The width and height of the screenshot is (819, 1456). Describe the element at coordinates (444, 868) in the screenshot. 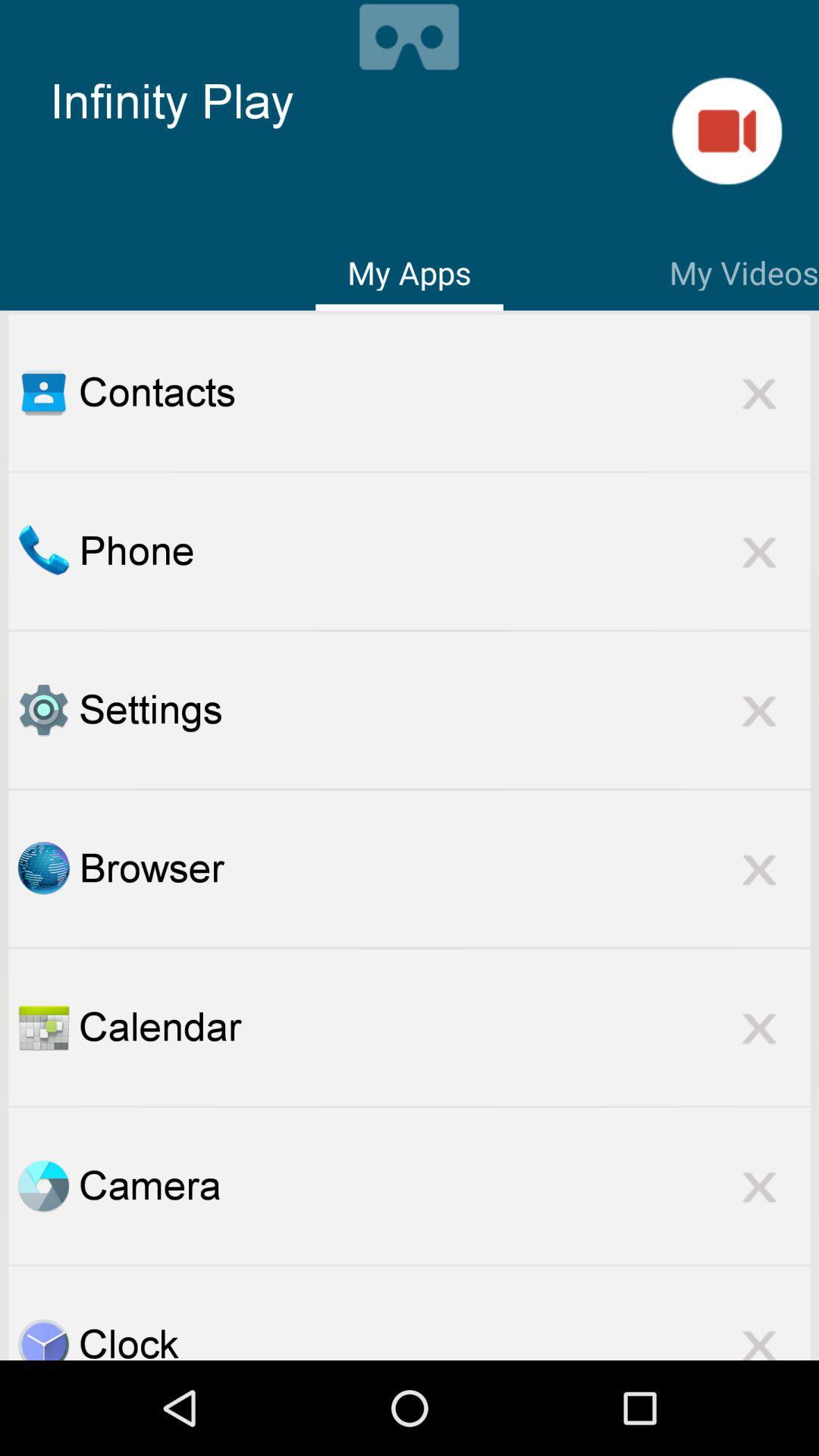

I see `the browser icon` at that location.